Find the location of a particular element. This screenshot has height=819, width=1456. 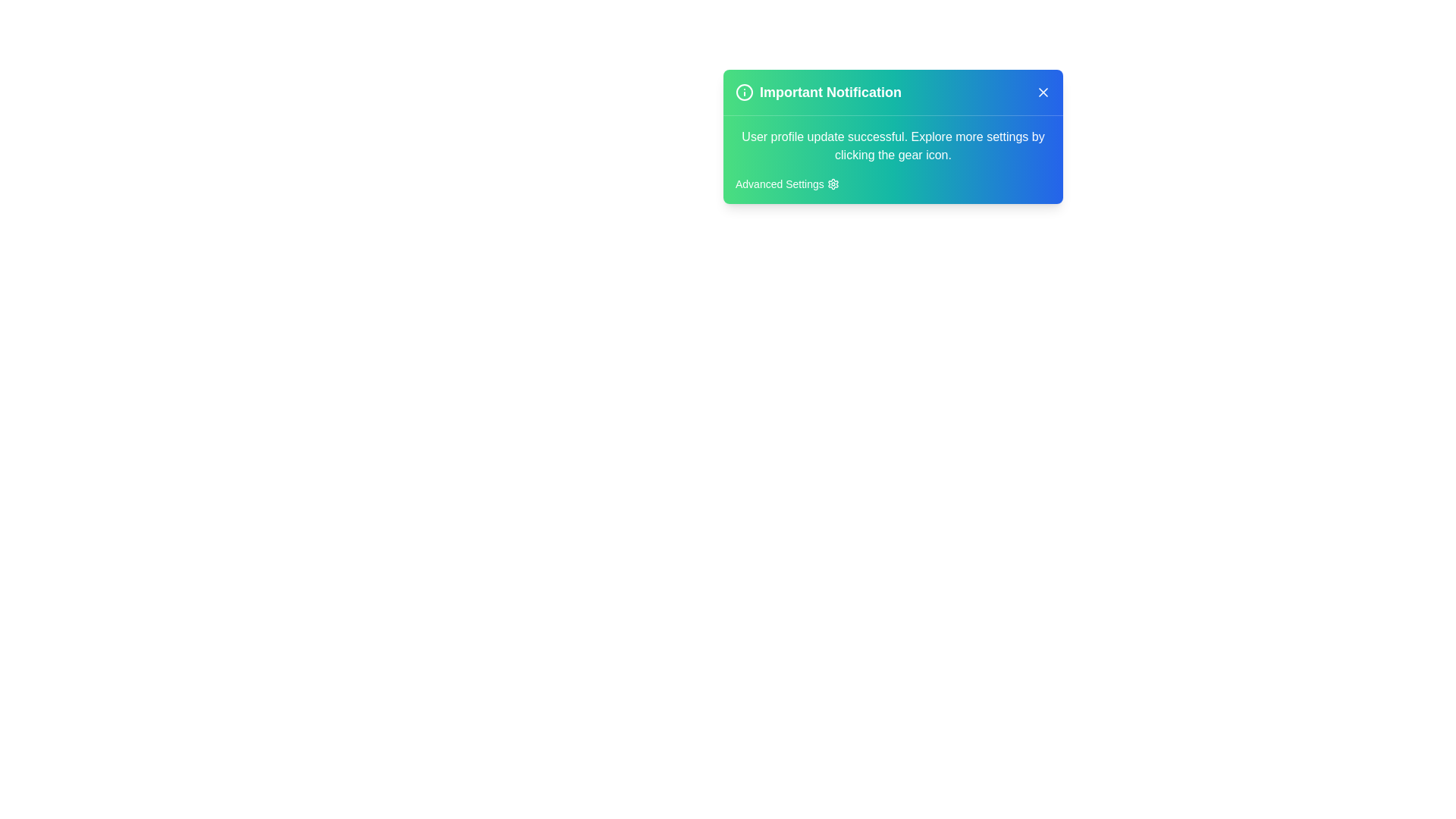

the 'Advanced Settings' button to toggle the visibility of advanced settings is located at coordinates (786, 184).